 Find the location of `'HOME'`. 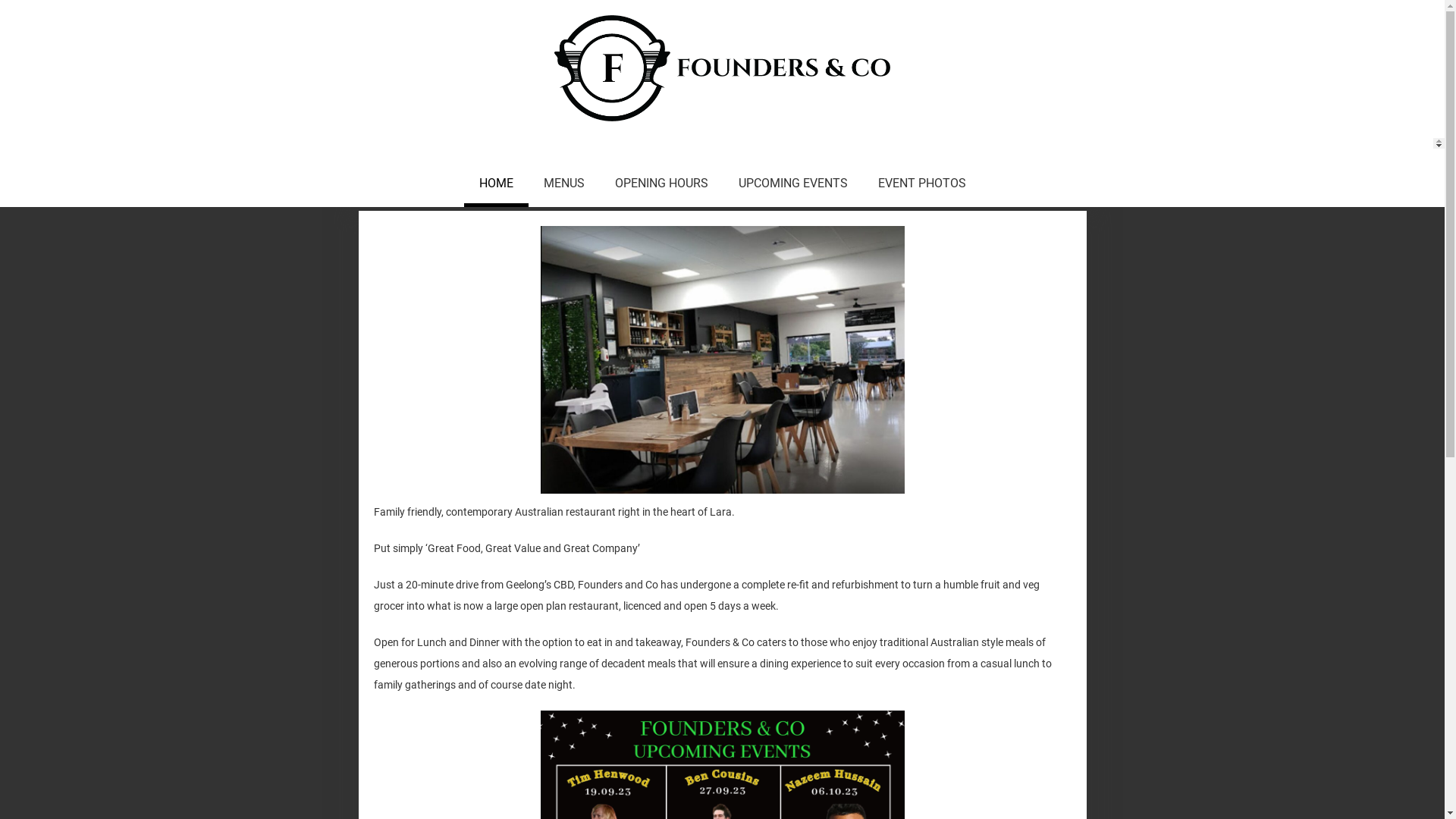

'HOME' is located at coordinates (496, 184).